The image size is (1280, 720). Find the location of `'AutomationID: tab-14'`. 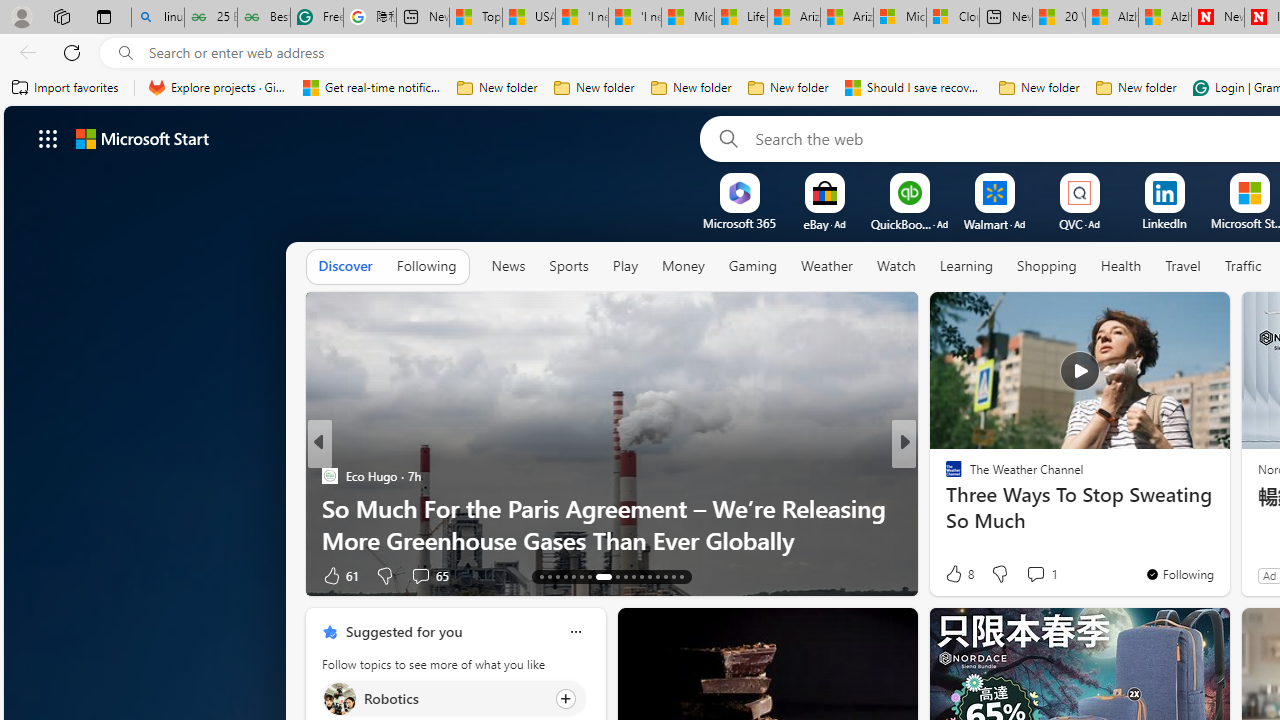

'AutomationID: tab-14' is located at coordinates (549, 577).